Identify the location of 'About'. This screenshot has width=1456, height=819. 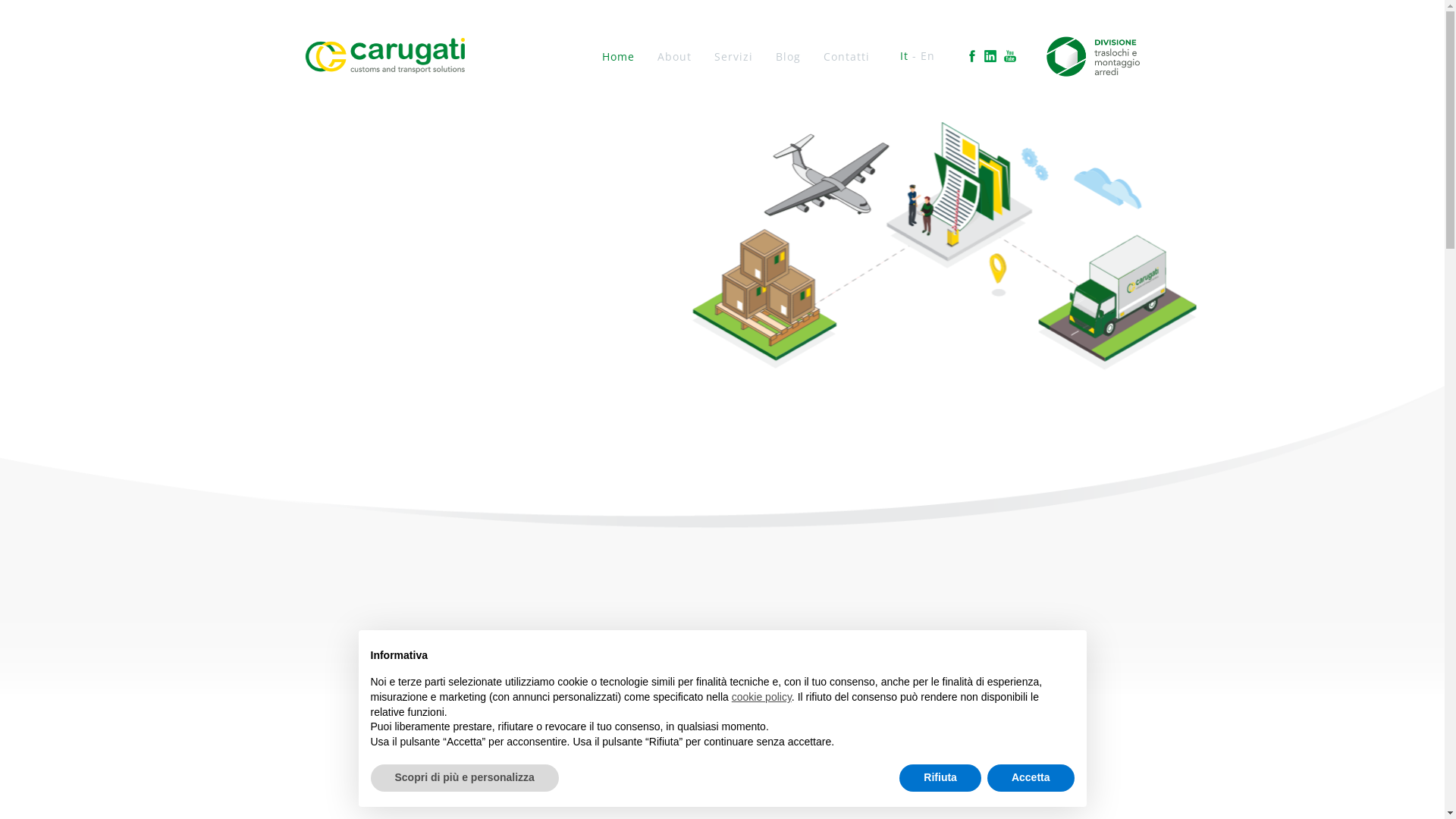
(657, 55).